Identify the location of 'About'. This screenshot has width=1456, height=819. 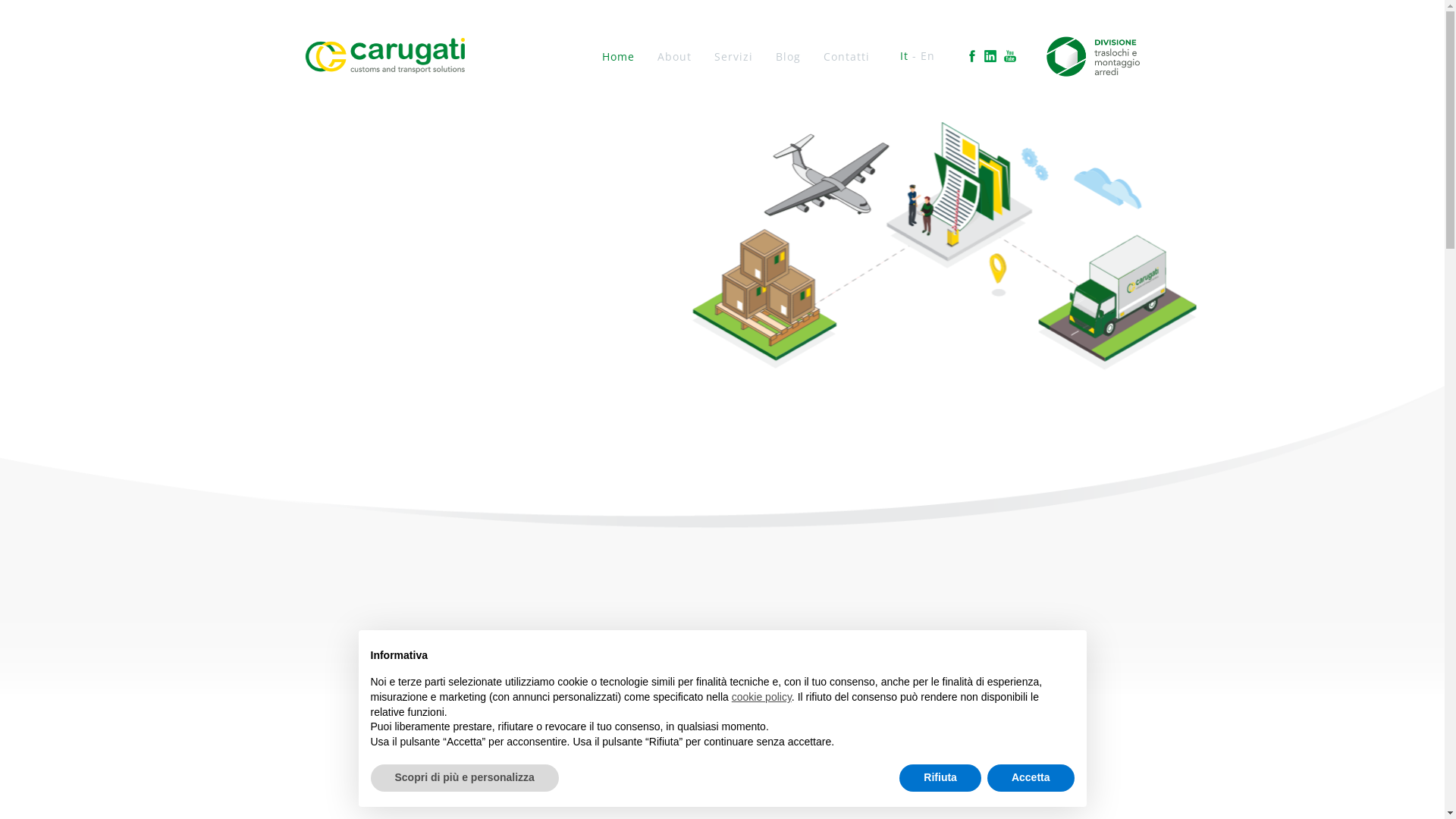
(657, 55).